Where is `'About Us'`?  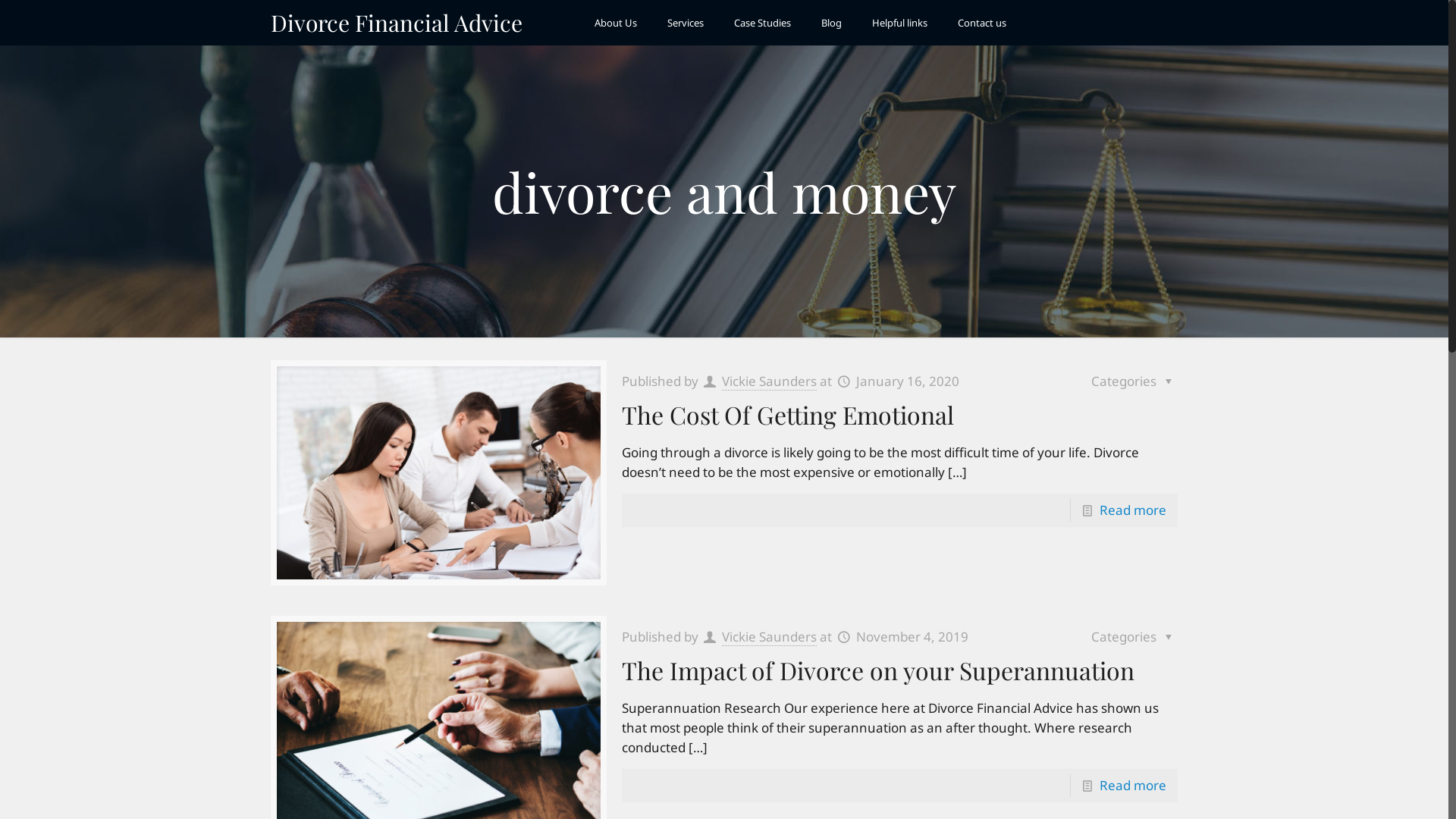
'About Us' is located at coordinates (615, 23).